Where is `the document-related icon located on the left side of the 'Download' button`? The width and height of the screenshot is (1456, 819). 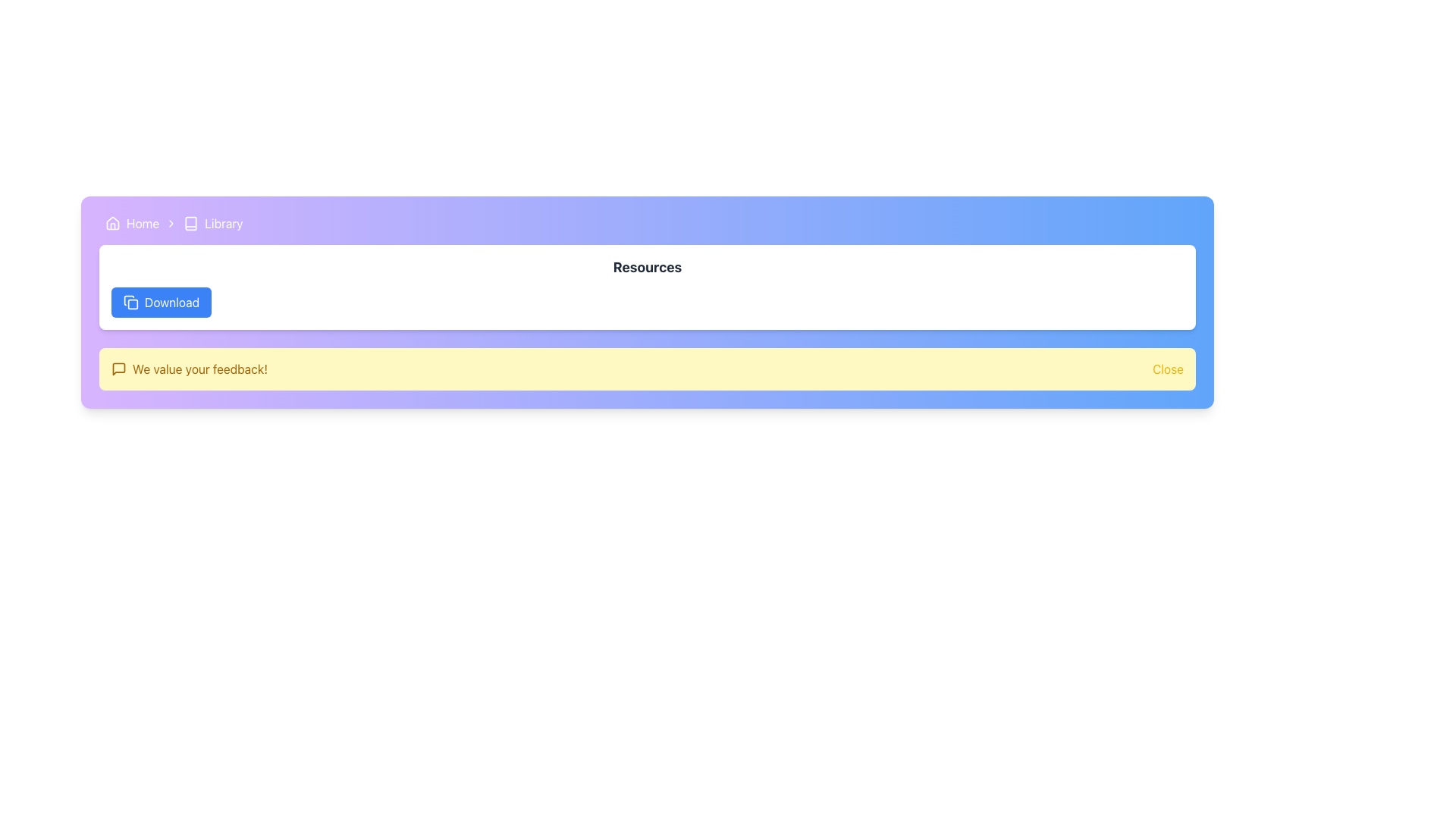 the document-related icon located on the left side of the 'Download' button is located at coordinates (129, 300).